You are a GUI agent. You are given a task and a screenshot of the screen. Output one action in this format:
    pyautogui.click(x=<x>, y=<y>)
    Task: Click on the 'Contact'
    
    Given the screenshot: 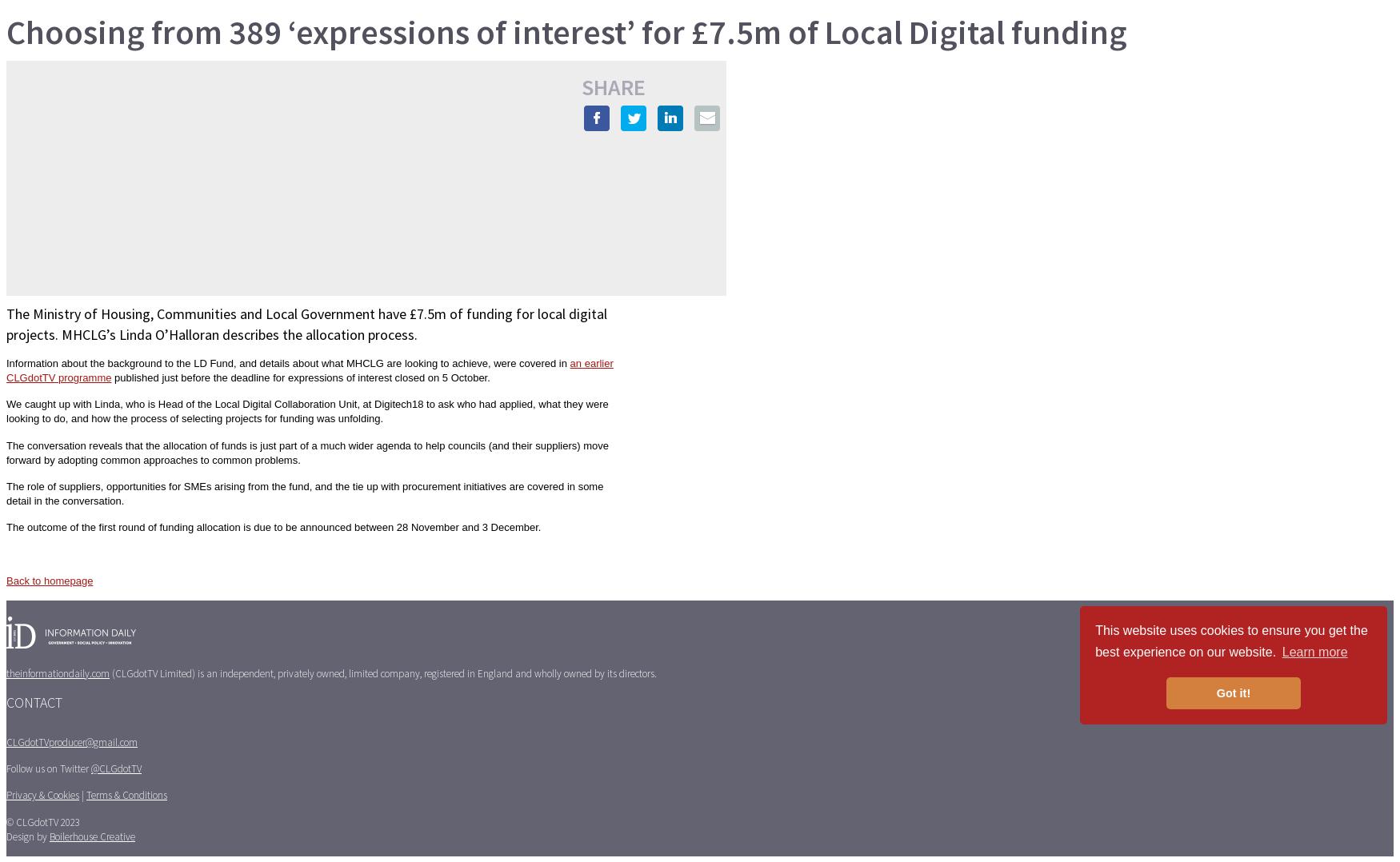 What is the action you would take?
    pyautogui.click(x=34, y=701)
    